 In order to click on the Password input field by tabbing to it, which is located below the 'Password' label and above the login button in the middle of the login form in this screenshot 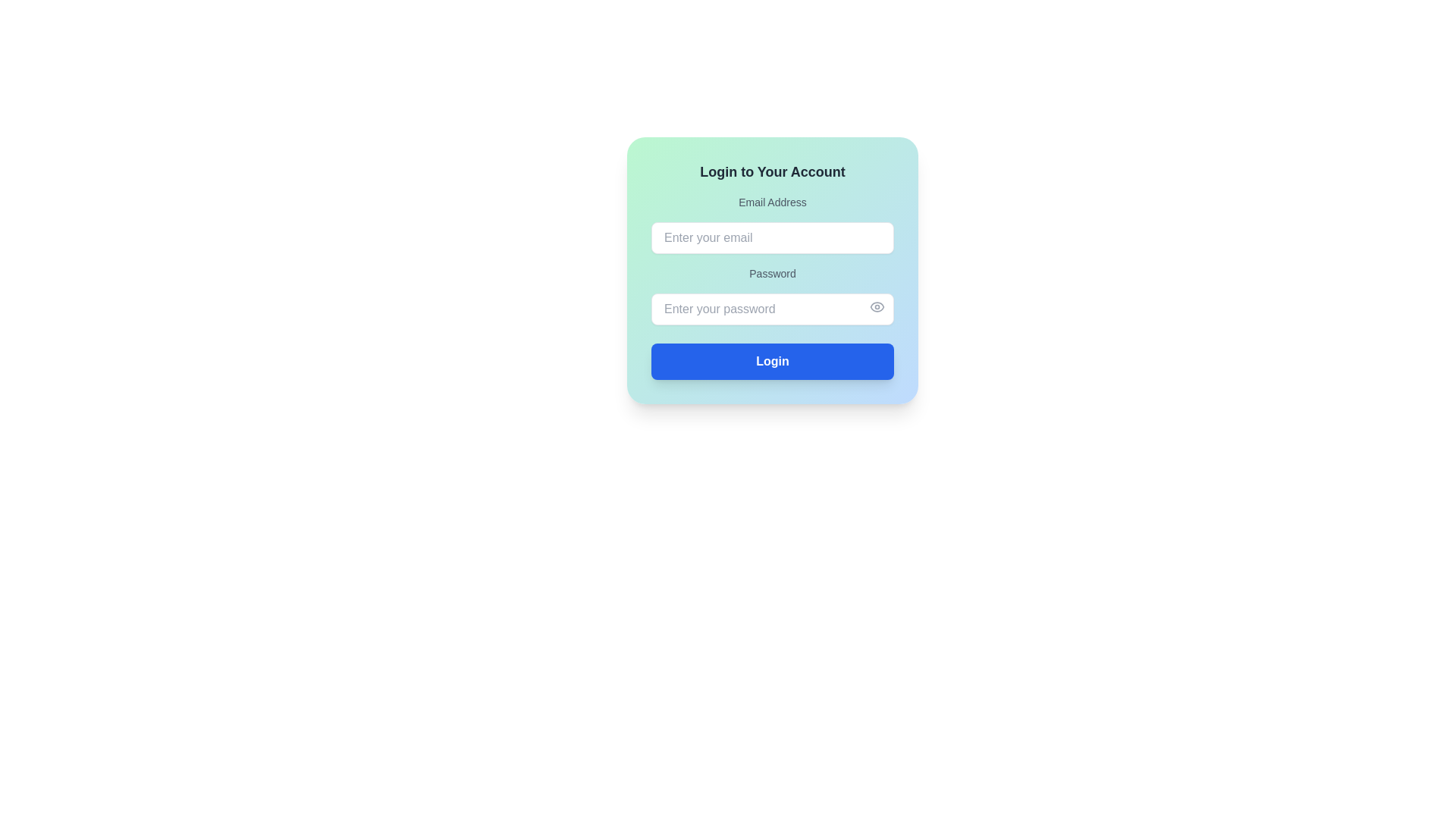, I will do `click(772, 309)`.